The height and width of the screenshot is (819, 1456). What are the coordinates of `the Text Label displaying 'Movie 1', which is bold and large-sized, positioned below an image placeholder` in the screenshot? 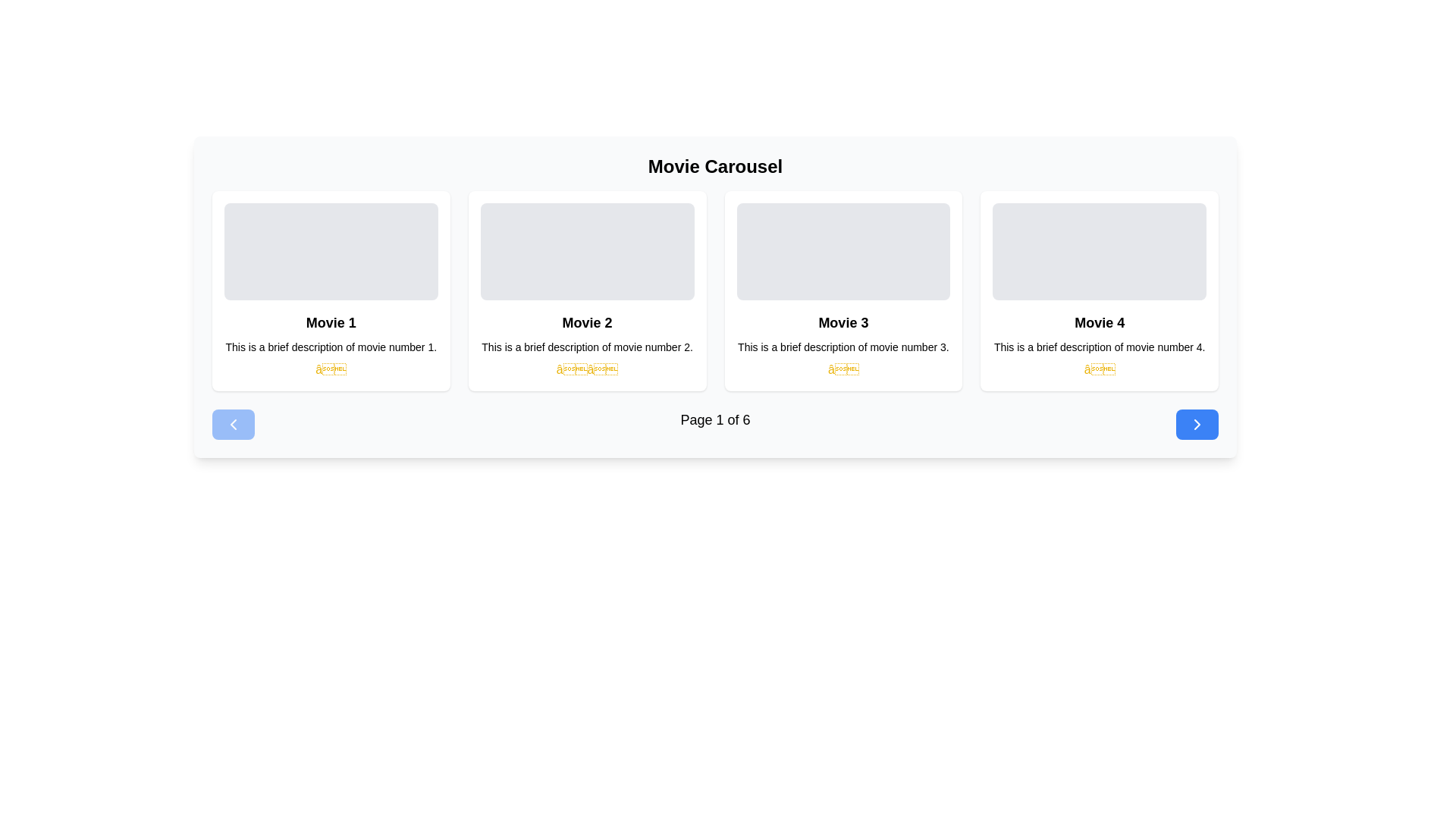 It's located at (330, 322).